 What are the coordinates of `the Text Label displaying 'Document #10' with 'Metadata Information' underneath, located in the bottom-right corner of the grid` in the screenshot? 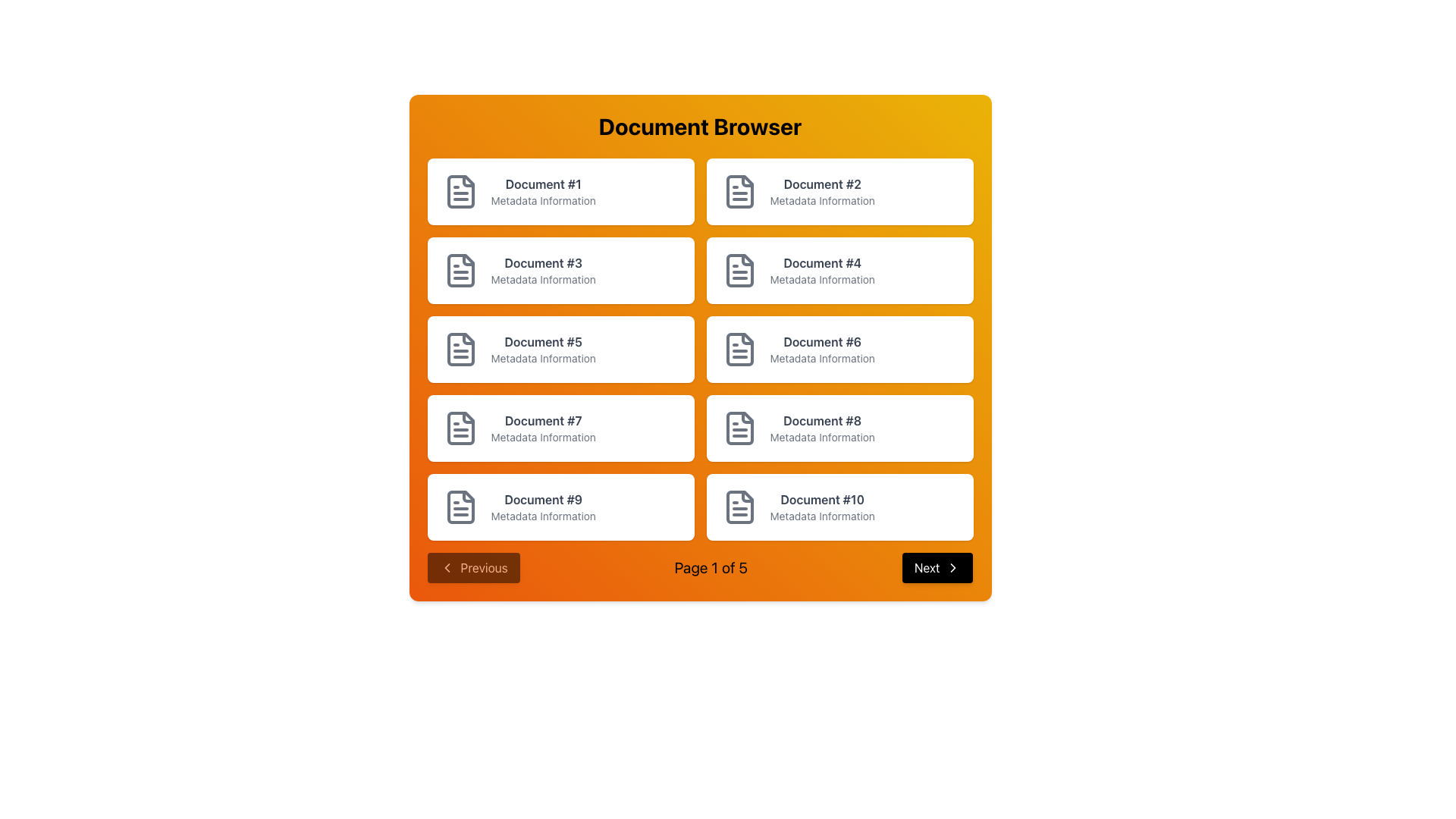 It's located at (821, 507).